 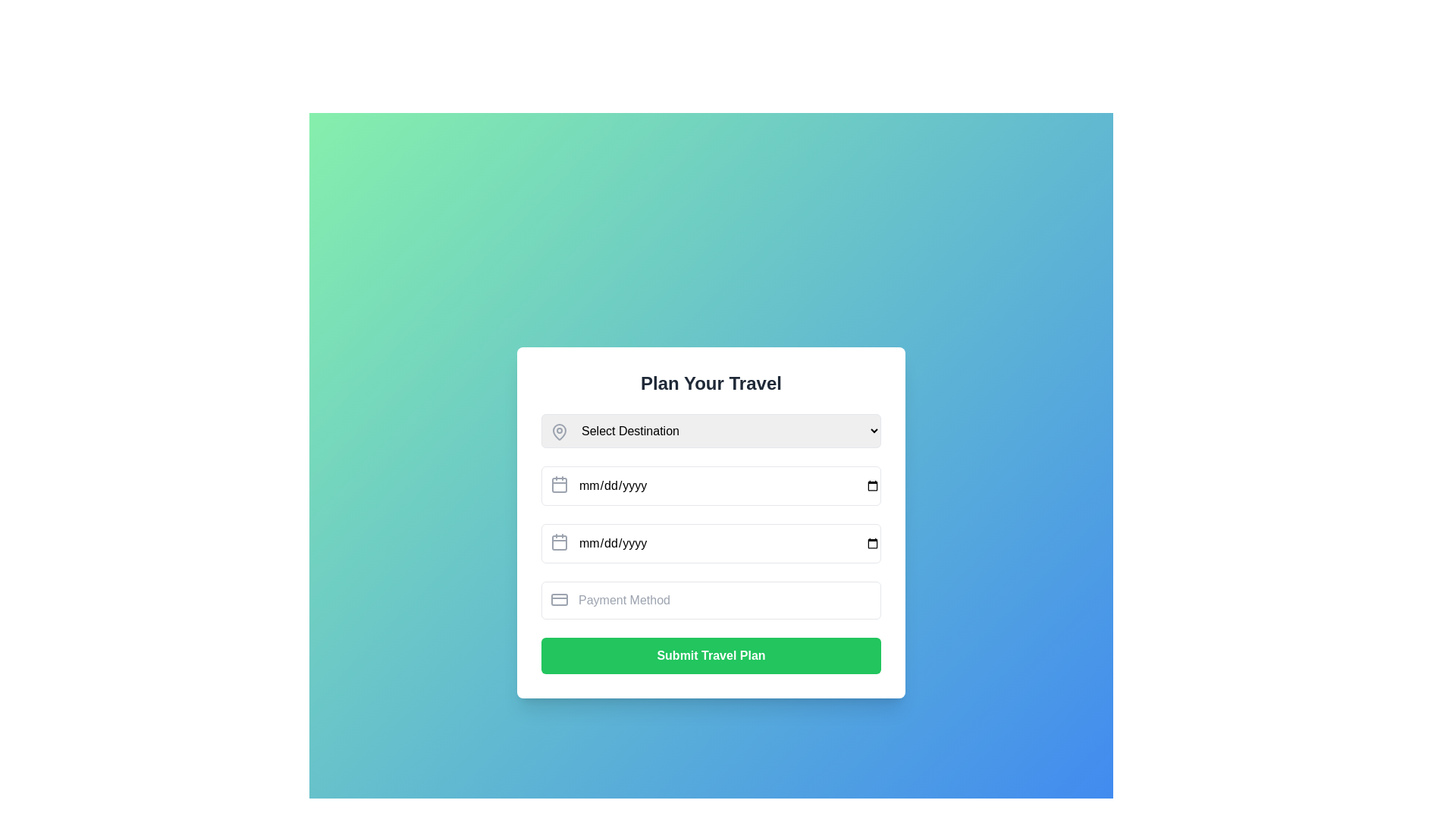 What do you see at coordinates (559, 485) in the screenshot?
I see `the rounded rectangular component of the calendar icon, which is located slightly below the top edge and centered horizontally within the overall icon` at bounding box center [559, 485].